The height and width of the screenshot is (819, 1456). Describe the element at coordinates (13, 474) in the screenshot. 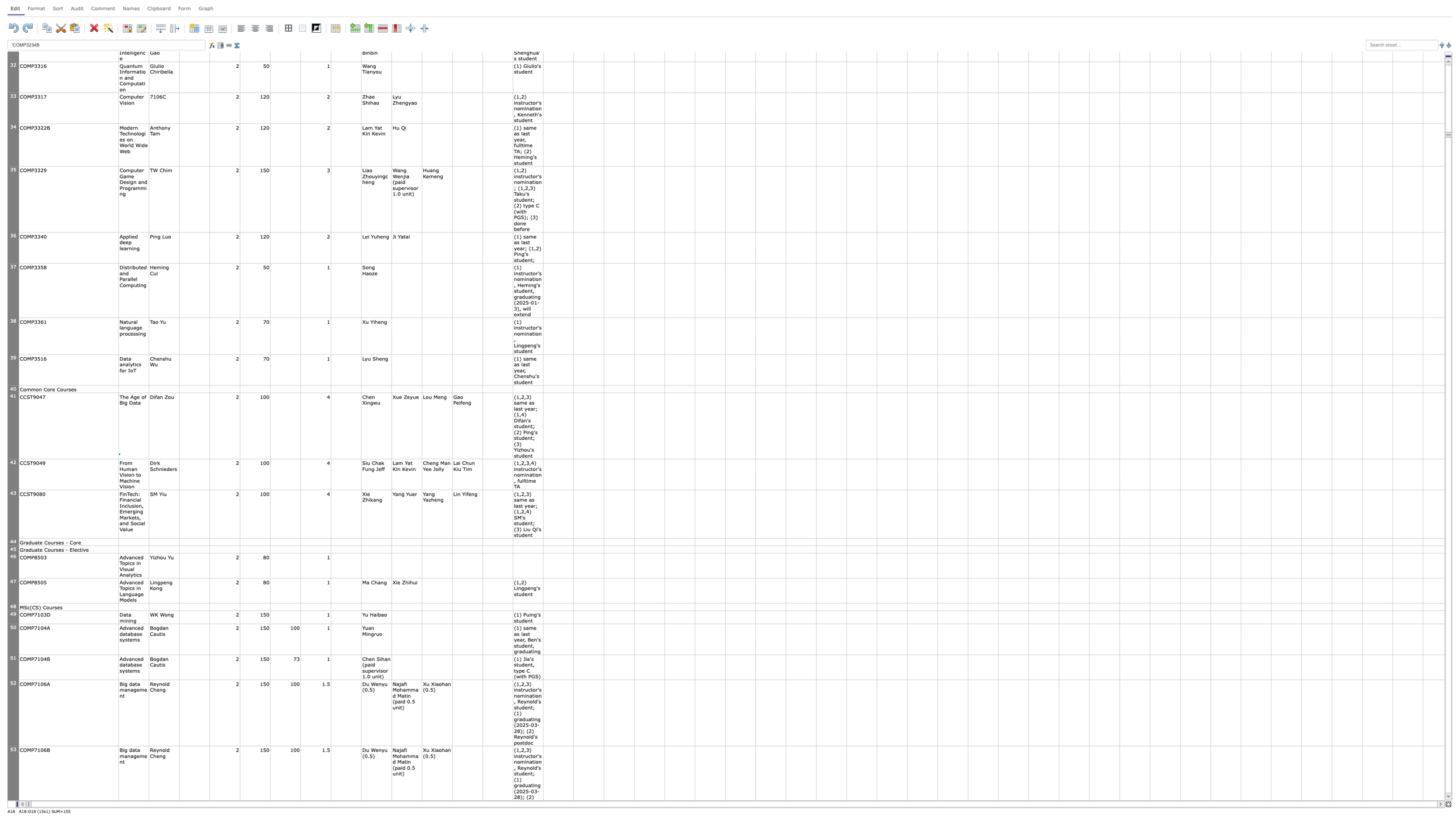

I see `row 42` at that location.